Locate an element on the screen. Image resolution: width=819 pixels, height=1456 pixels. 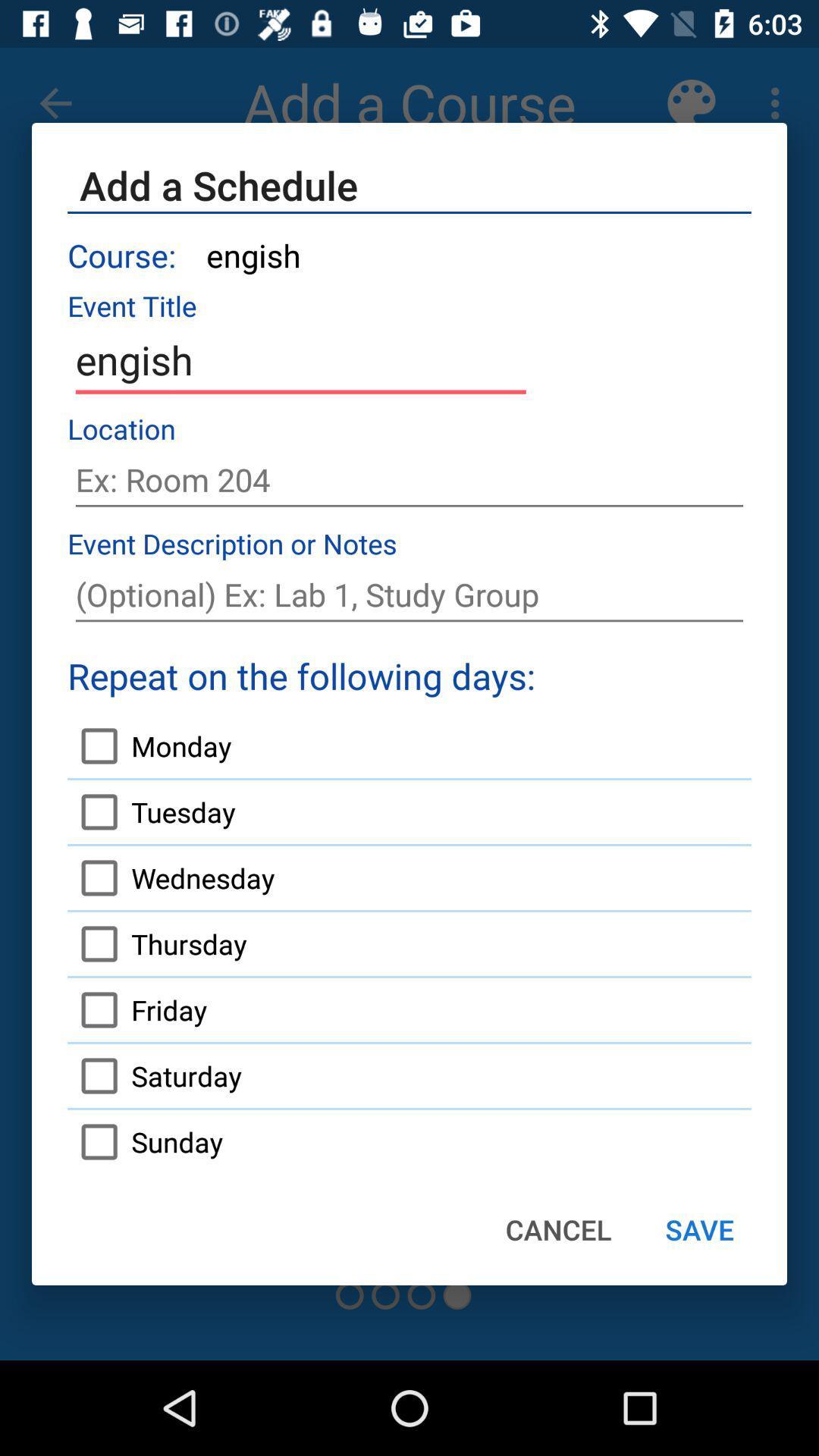
the item above event description or icon is located at coordinates (409, 479).